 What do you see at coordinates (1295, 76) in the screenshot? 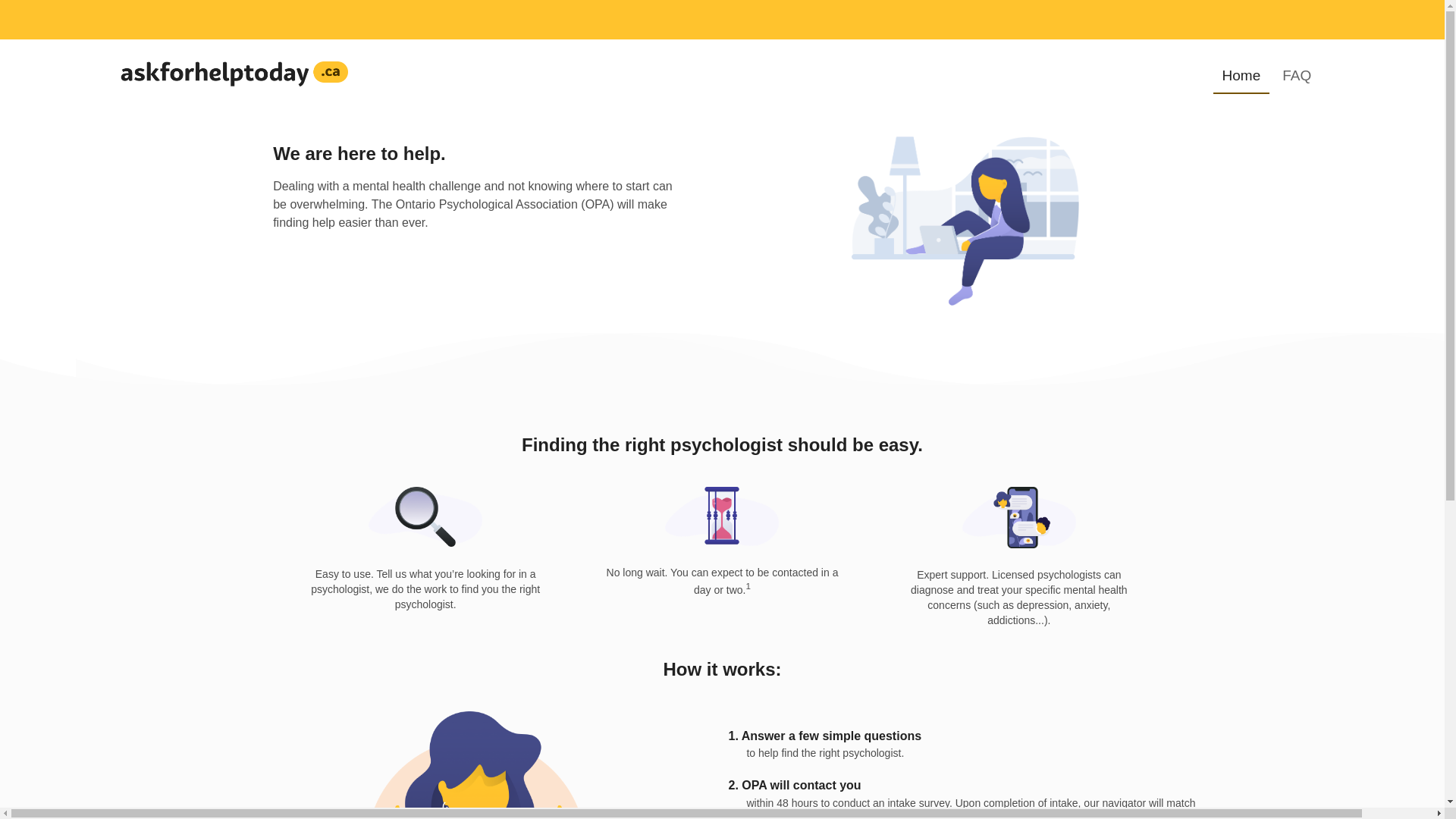
I see `'FAQ'` at bounding box center [1295, 76].